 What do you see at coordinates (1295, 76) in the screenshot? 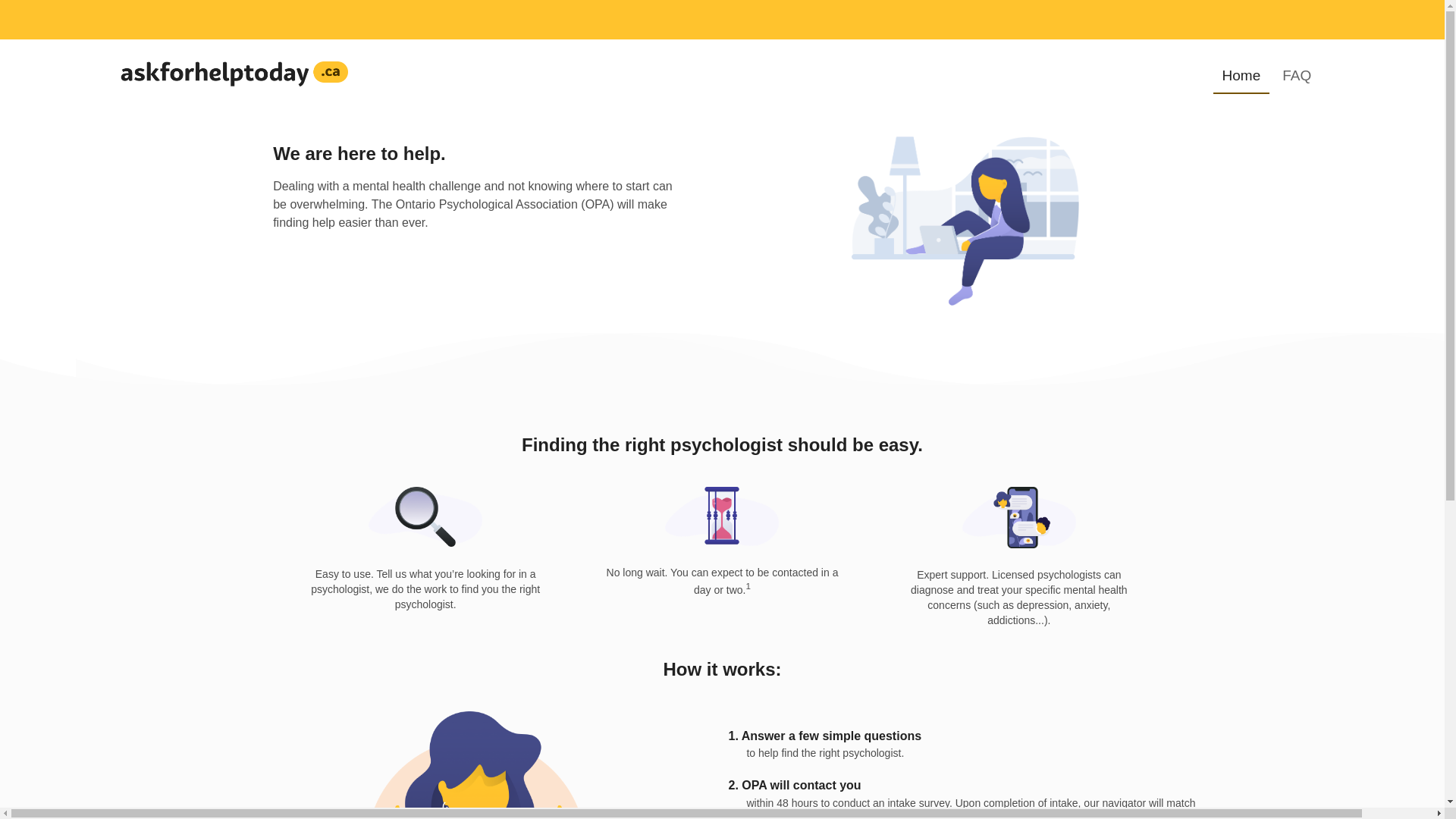
I see `'FAQ'` at bounding box center [1295, 76].